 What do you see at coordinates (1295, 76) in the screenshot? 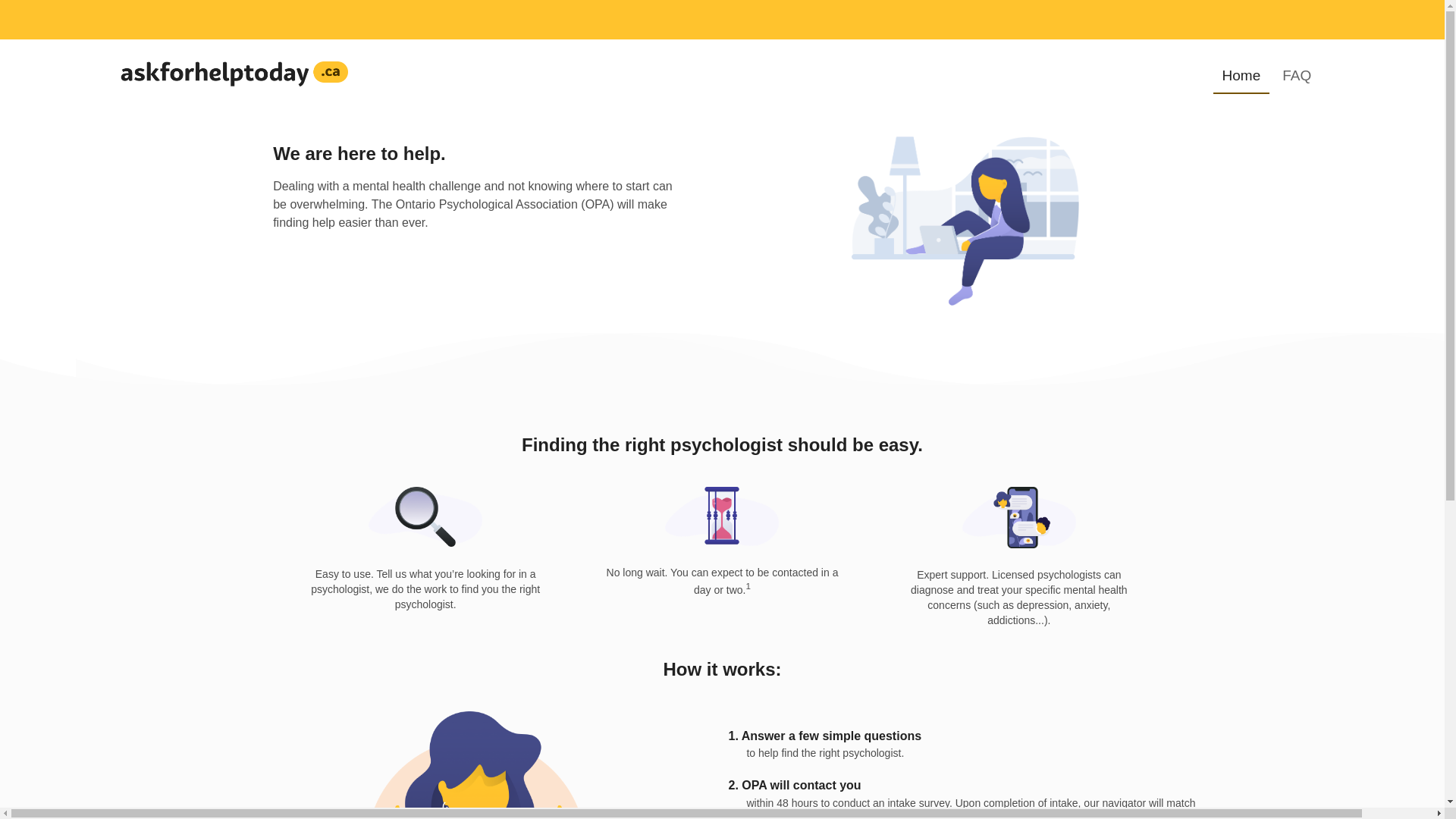
I see `'FAQ'` at bounding box center [1295, 76].